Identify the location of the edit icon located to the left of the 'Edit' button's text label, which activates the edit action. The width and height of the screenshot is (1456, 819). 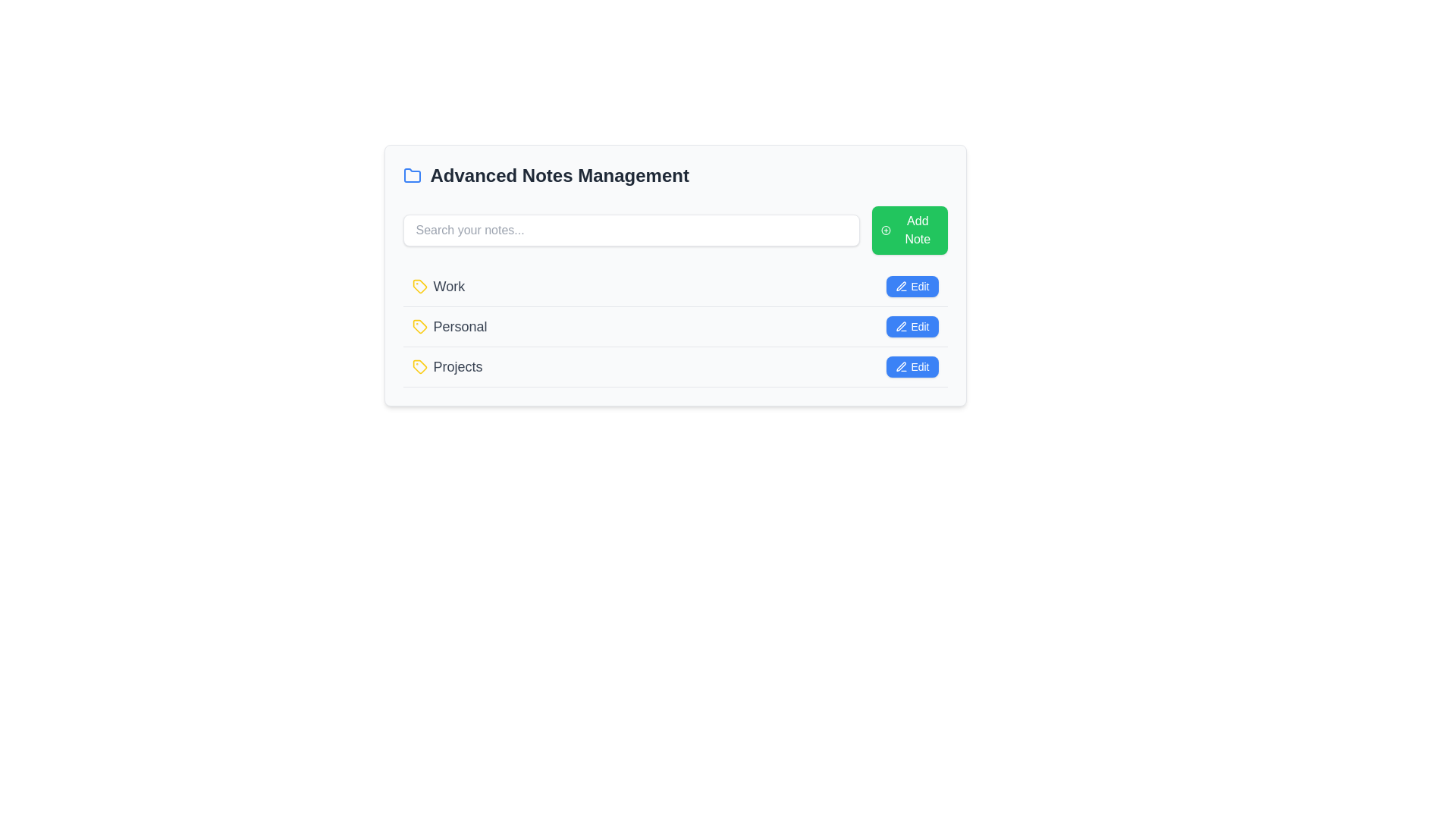
(902, 287).